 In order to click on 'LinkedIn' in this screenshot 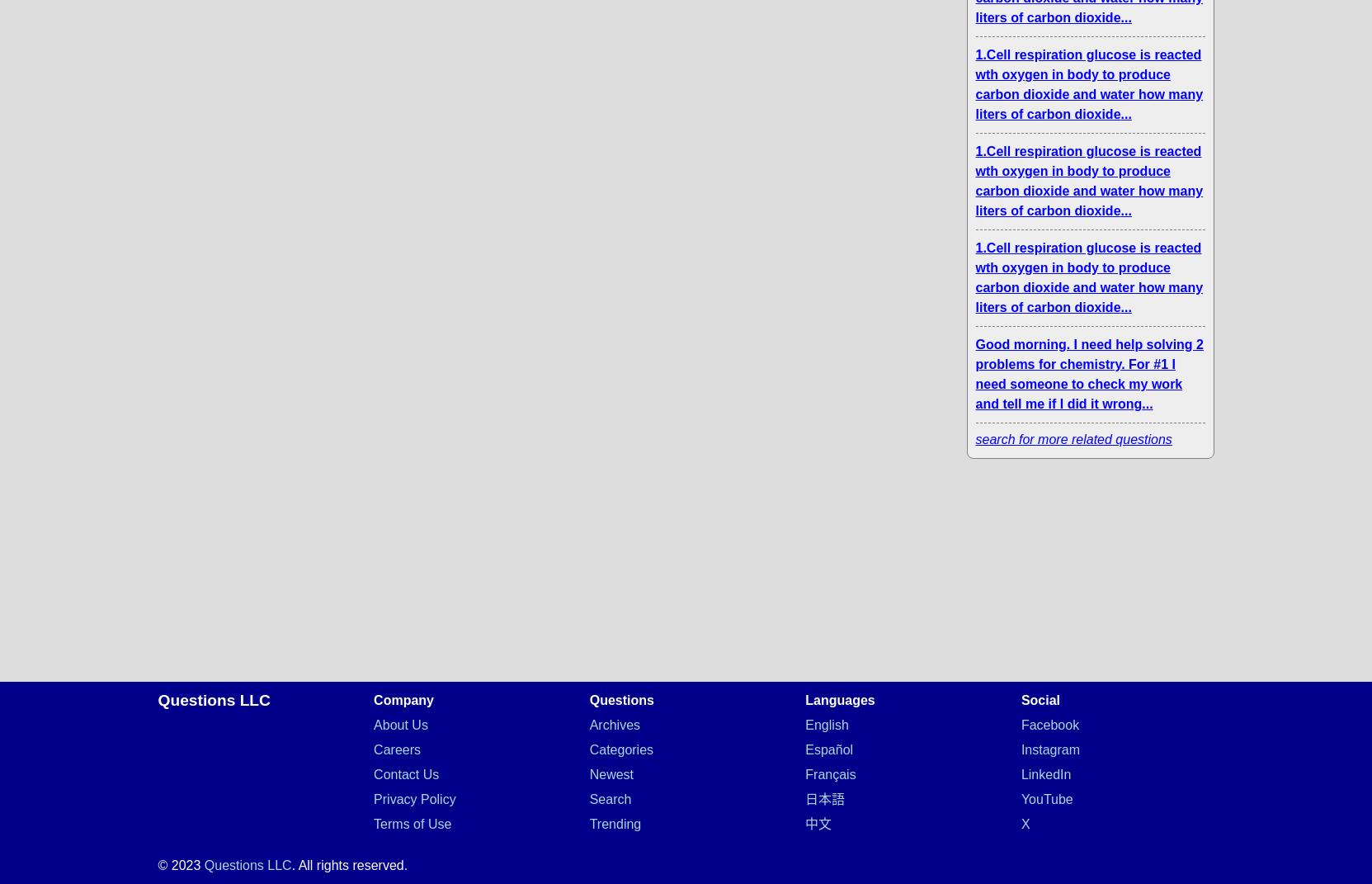, I will do `click(1044, 773)`.